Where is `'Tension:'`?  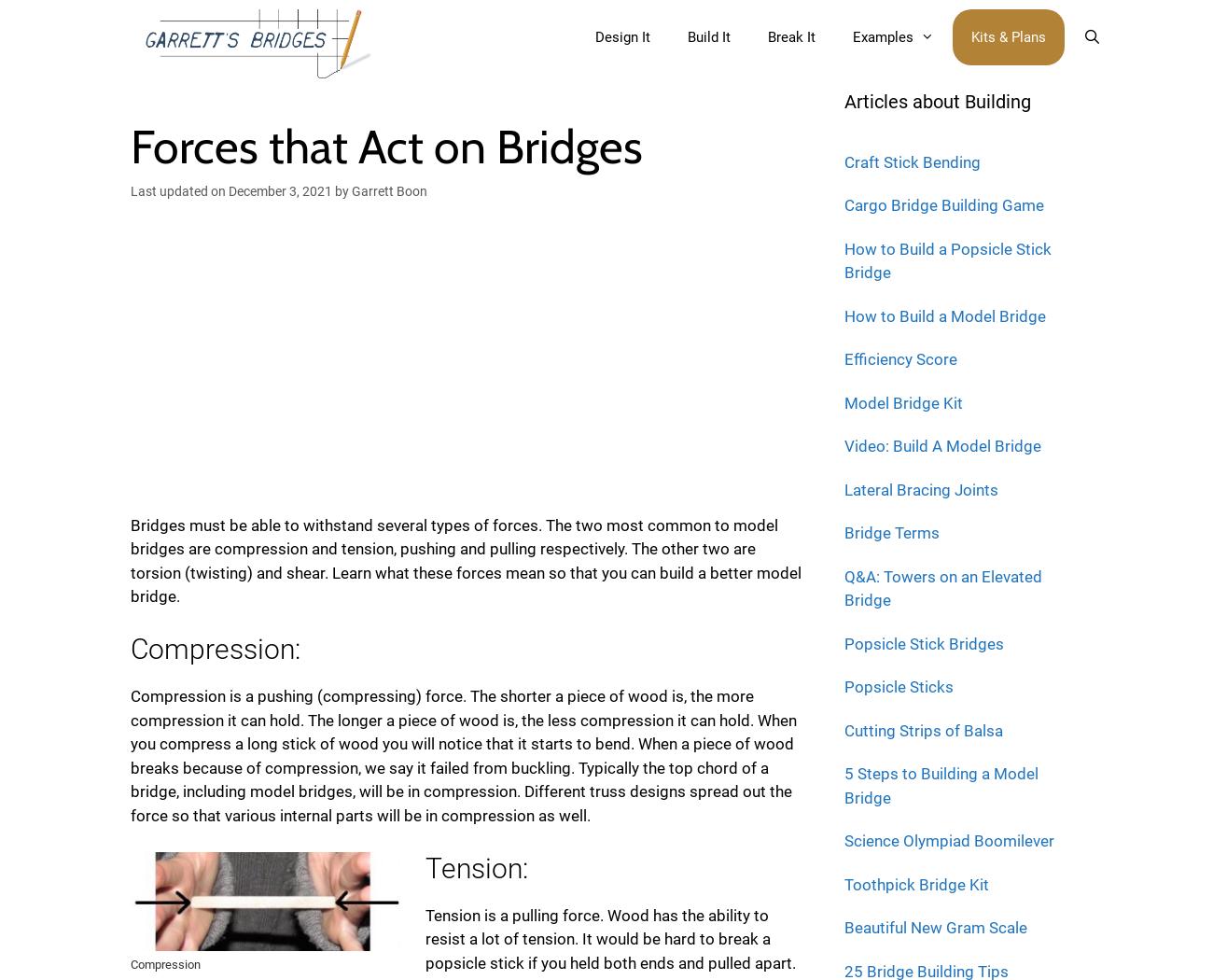 'Tension:' is located at coordinates (475, 867).